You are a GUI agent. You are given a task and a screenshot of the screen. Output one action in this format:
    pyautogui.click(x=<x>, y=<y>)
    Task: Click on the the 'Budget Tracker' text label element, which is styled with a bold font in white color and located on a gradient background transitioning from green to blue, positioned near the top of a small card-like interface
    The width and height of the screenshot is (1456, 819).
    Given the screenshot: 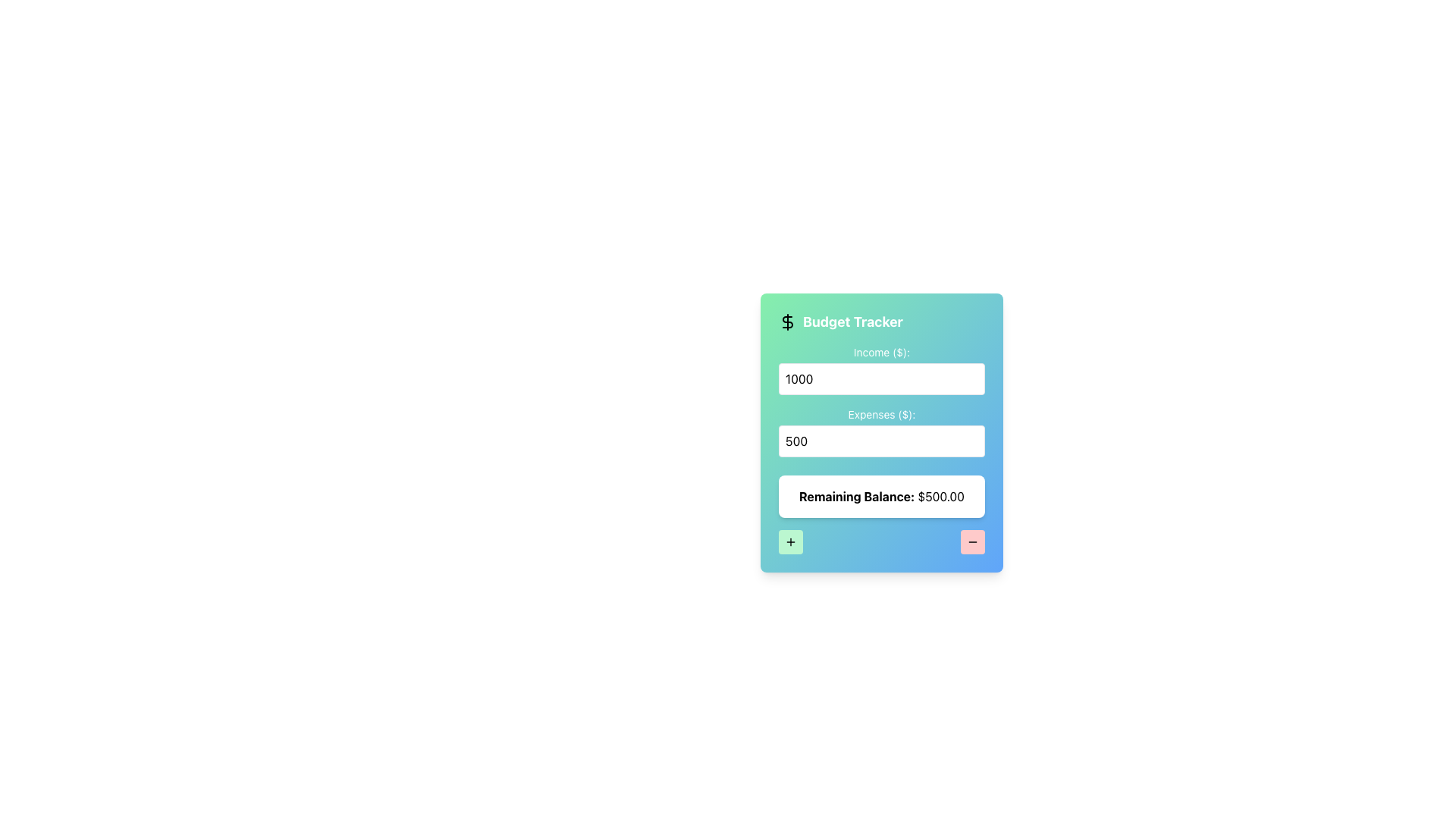 What is the action you would take?
    pyautogui.click(x=852, y=321)
    